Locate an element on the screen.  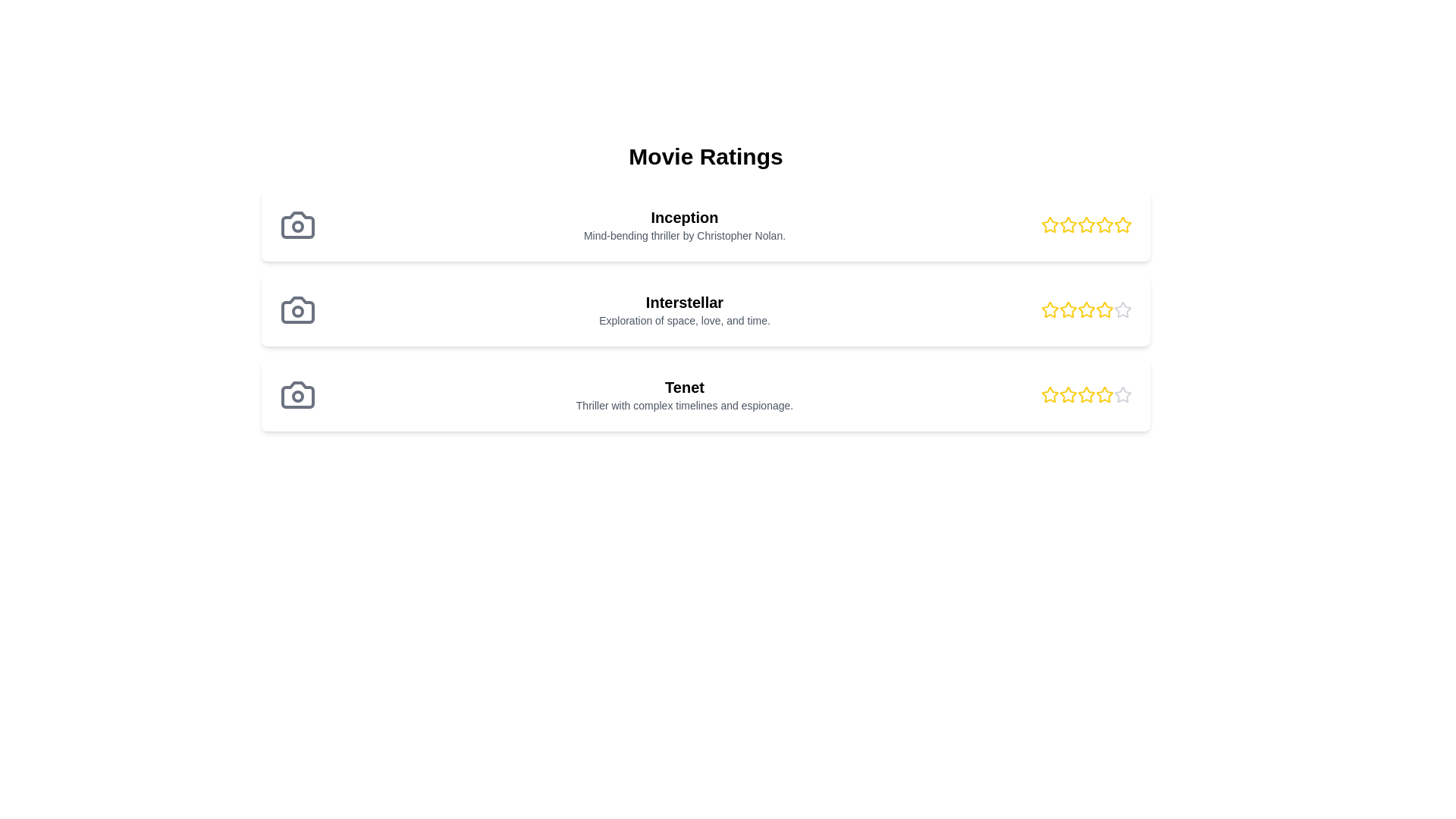
the fifth unselected star icon in the star rating system for the movie 'Interstellar' is located at coordinates (1123, 309).